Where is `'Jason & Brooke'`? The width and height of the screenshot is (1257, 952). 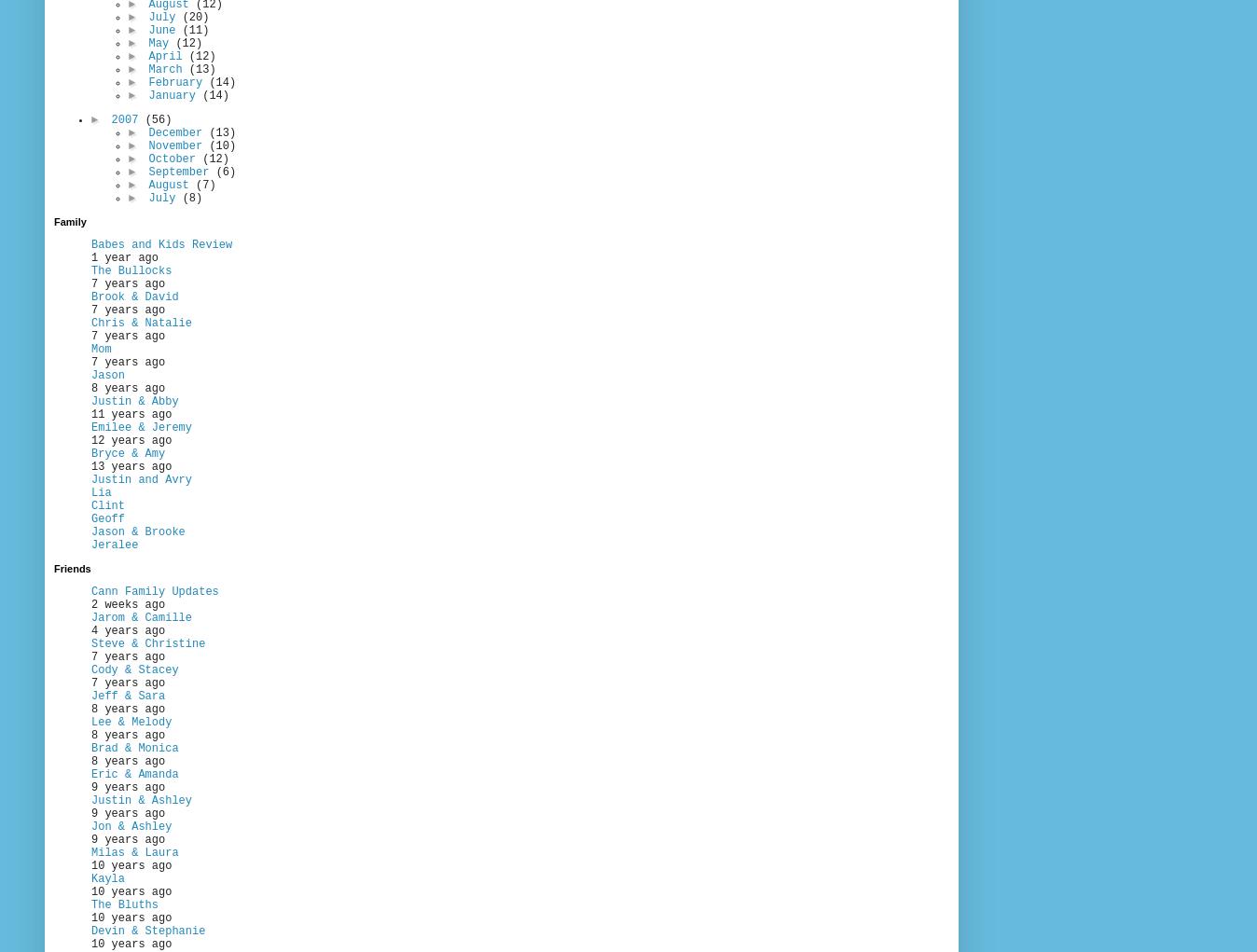 'Jason & Brooke' is located at coordinates (90, 531).